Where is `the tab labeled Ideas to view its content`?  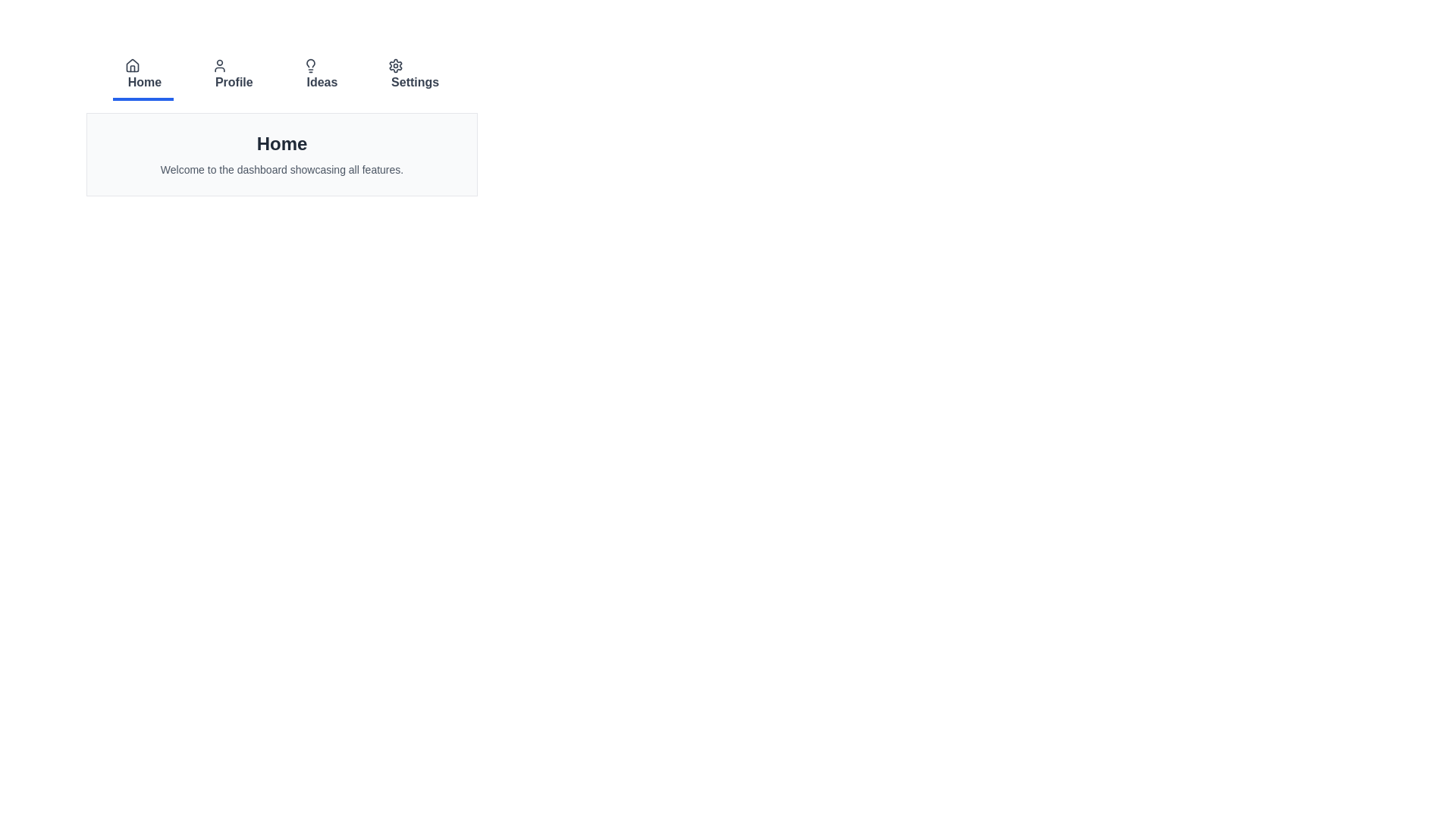 the tab labeled Ideas to view its content is located at coordinates (319, 76).